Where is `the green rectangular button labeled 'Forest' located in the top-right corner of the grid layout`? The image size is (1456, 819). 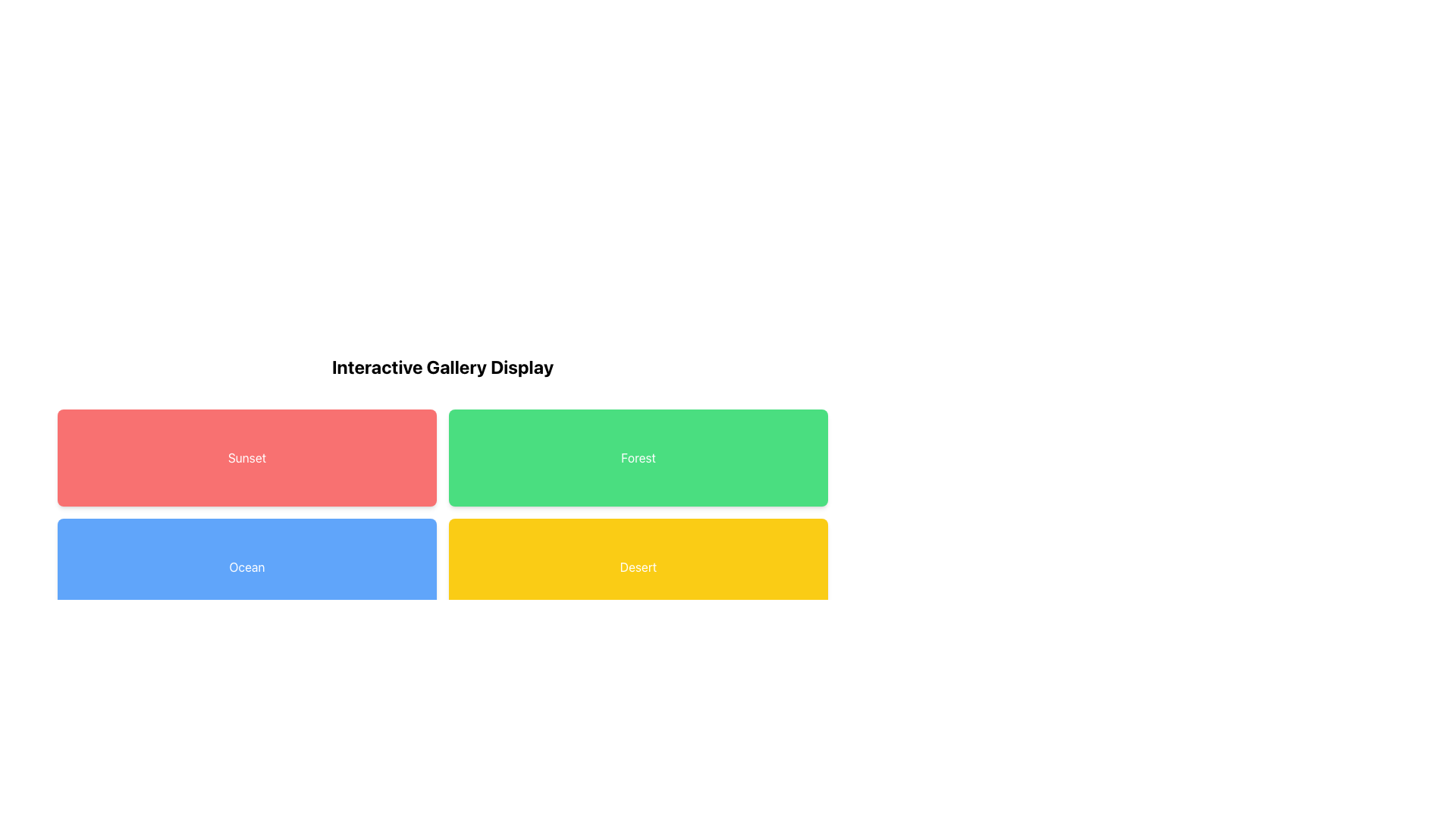 the green rectangular button labeled 'Forest' located in the top-right corner of the grid layout is located at coordinates (638, 457).